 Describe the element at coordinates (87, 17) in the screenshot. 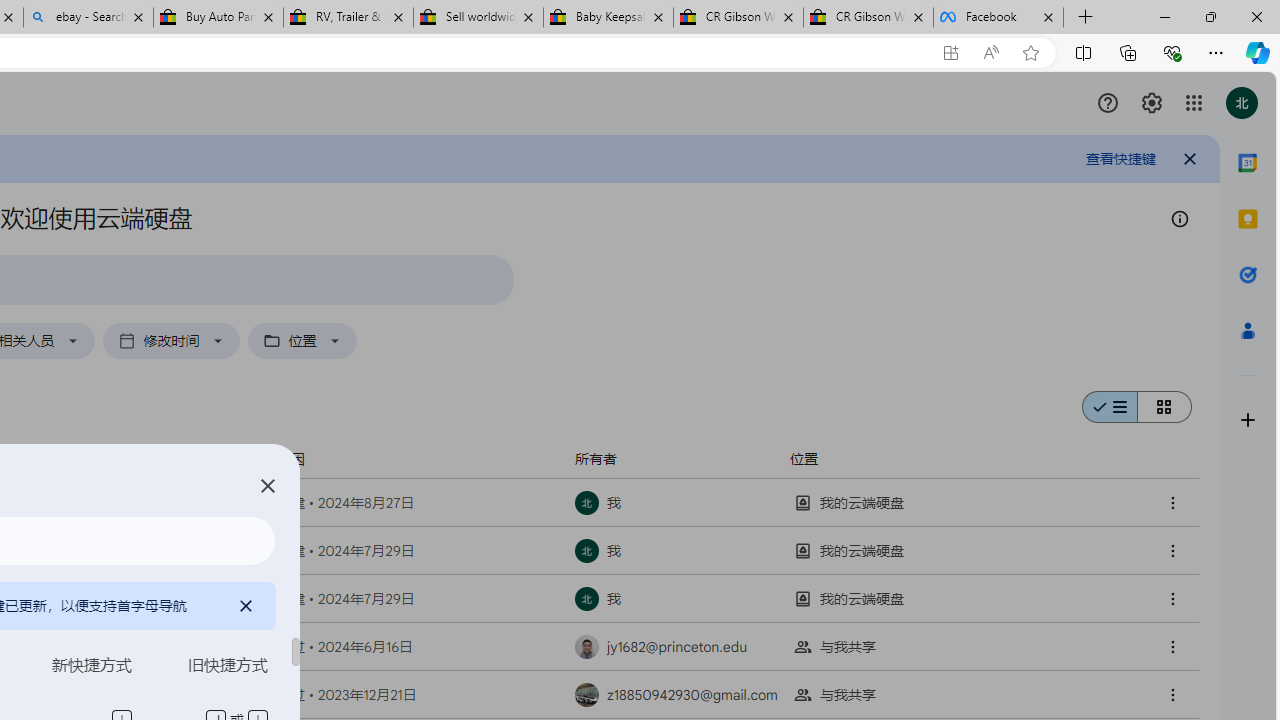

I see `'ebay - Search'` at that location.